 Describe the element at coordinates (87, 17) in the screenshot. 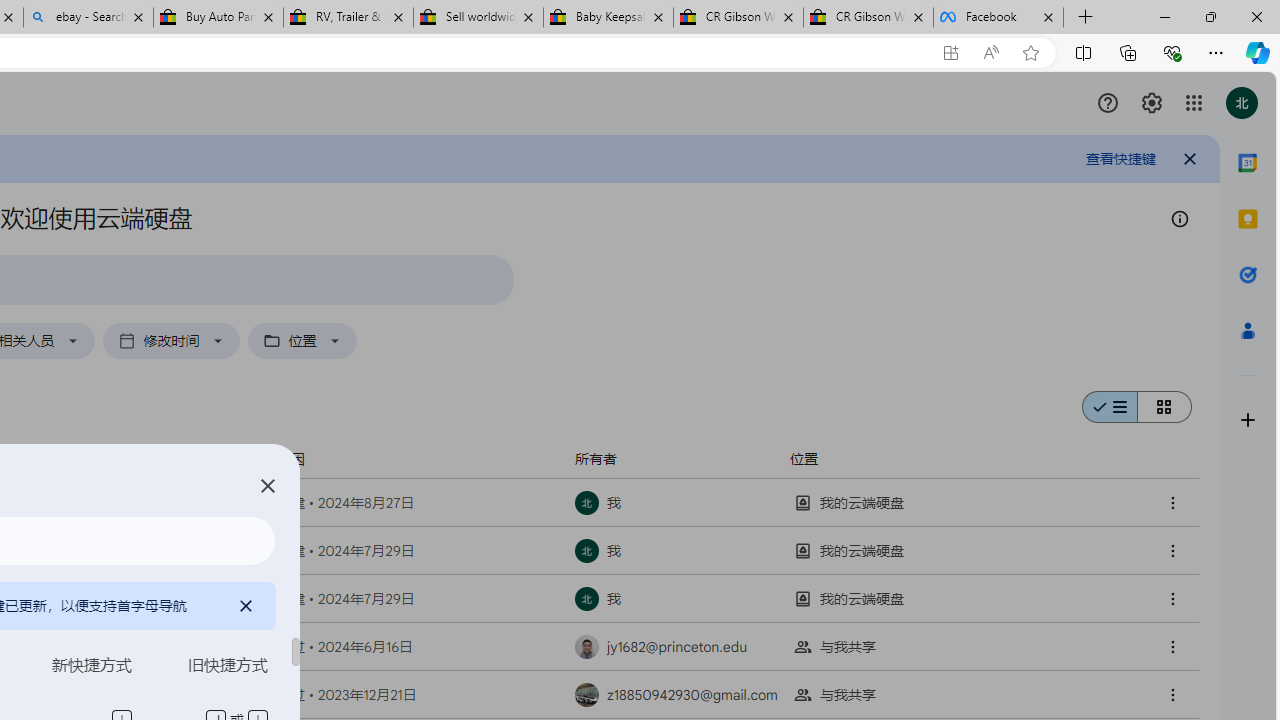

I see `'ebay - Search'` at that location.